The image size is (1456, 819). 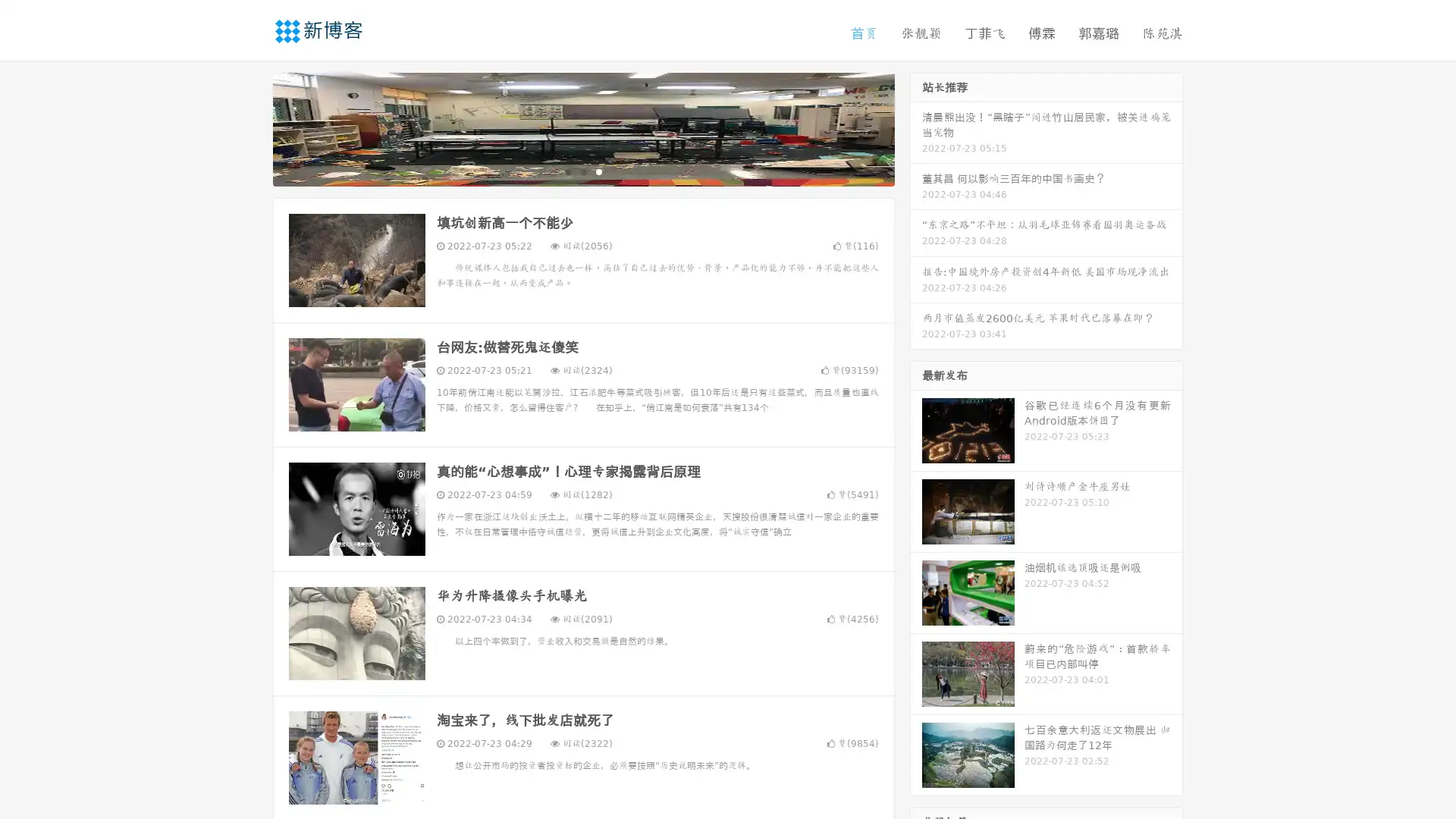 What do you see at coordinates (250, 127) in the screenshot?
I see `Previous slide` at bounding box center [250, 127].